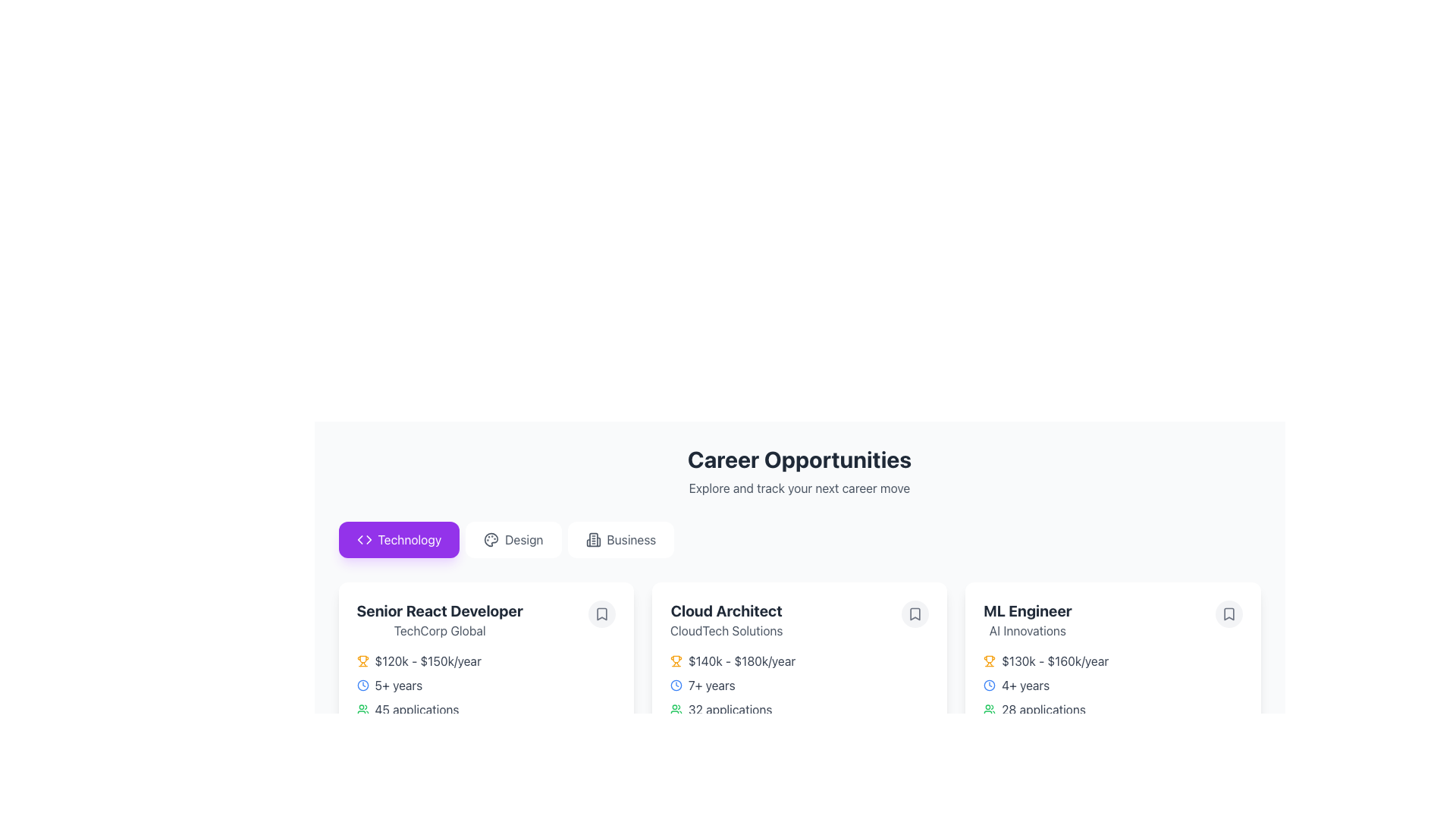 This screenshot has width=1456, height=819. Describe the element at coordinates (799, 660) in the screenshot. I see `salary range information displayed for the 'Cloud Architect' position, located just below the job title and company name in the job details card` at that location.